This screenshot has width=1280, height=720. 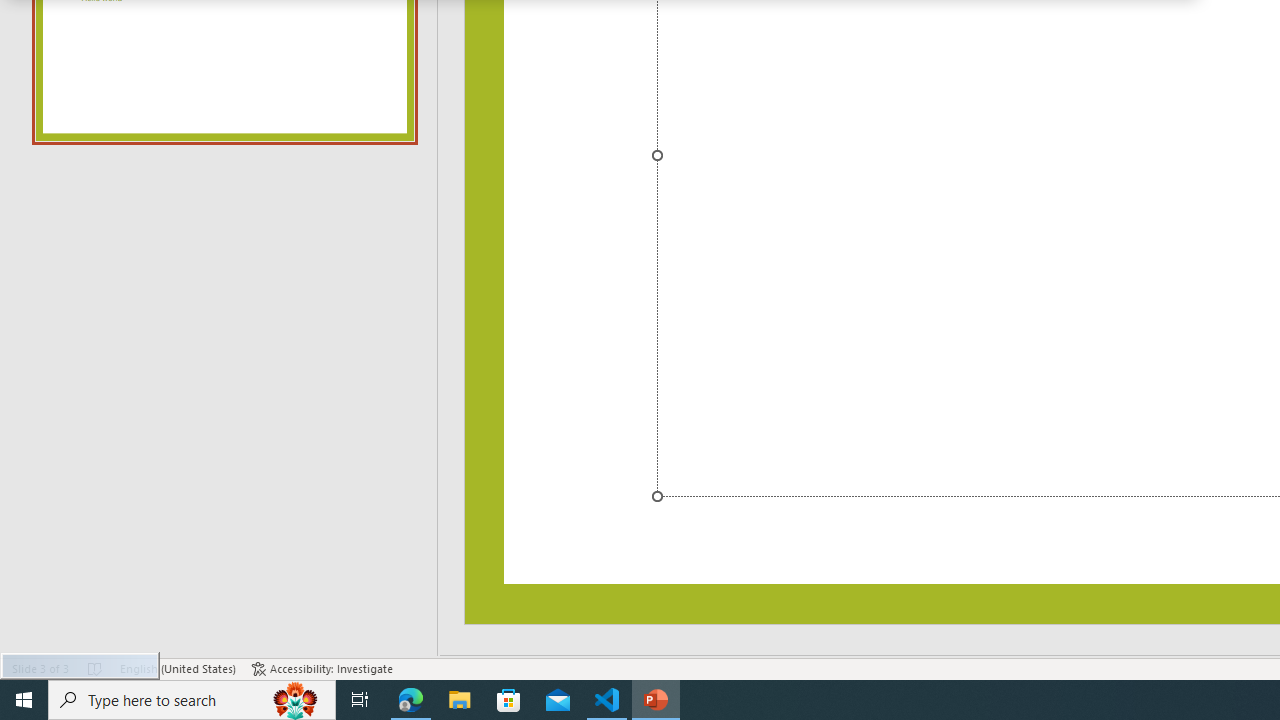 I want to click on 'Accessibility Checker Accessibility: Investigate', so click(x=322, y=669).